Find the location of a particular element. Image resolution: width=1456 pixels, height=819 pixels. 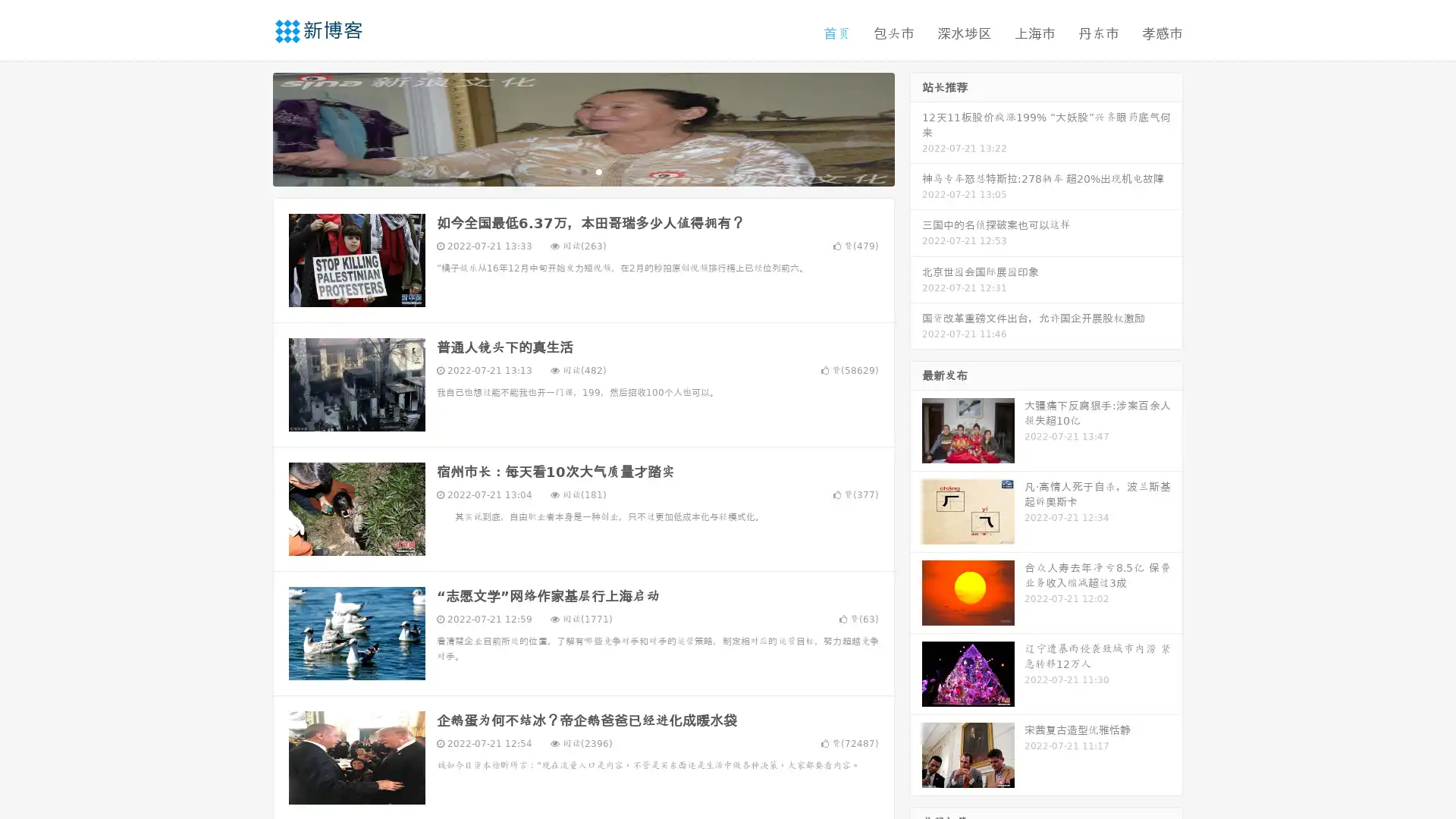

Go to slide 1 is located at coordinates (567, 171).